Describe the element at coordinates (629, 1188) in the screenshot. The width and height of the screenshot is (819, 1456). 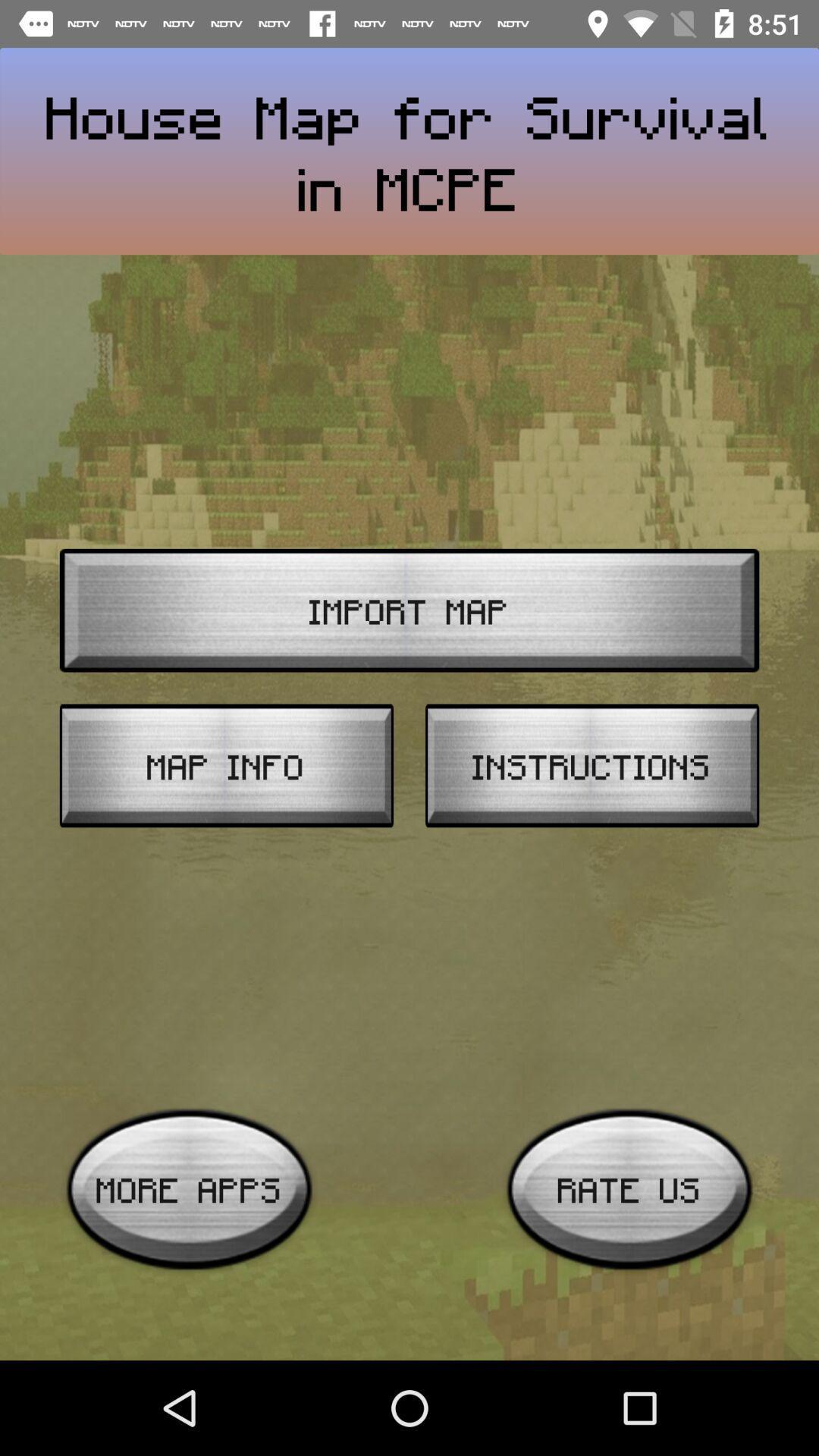
I see `the icon to the right of more apps item` at that location.